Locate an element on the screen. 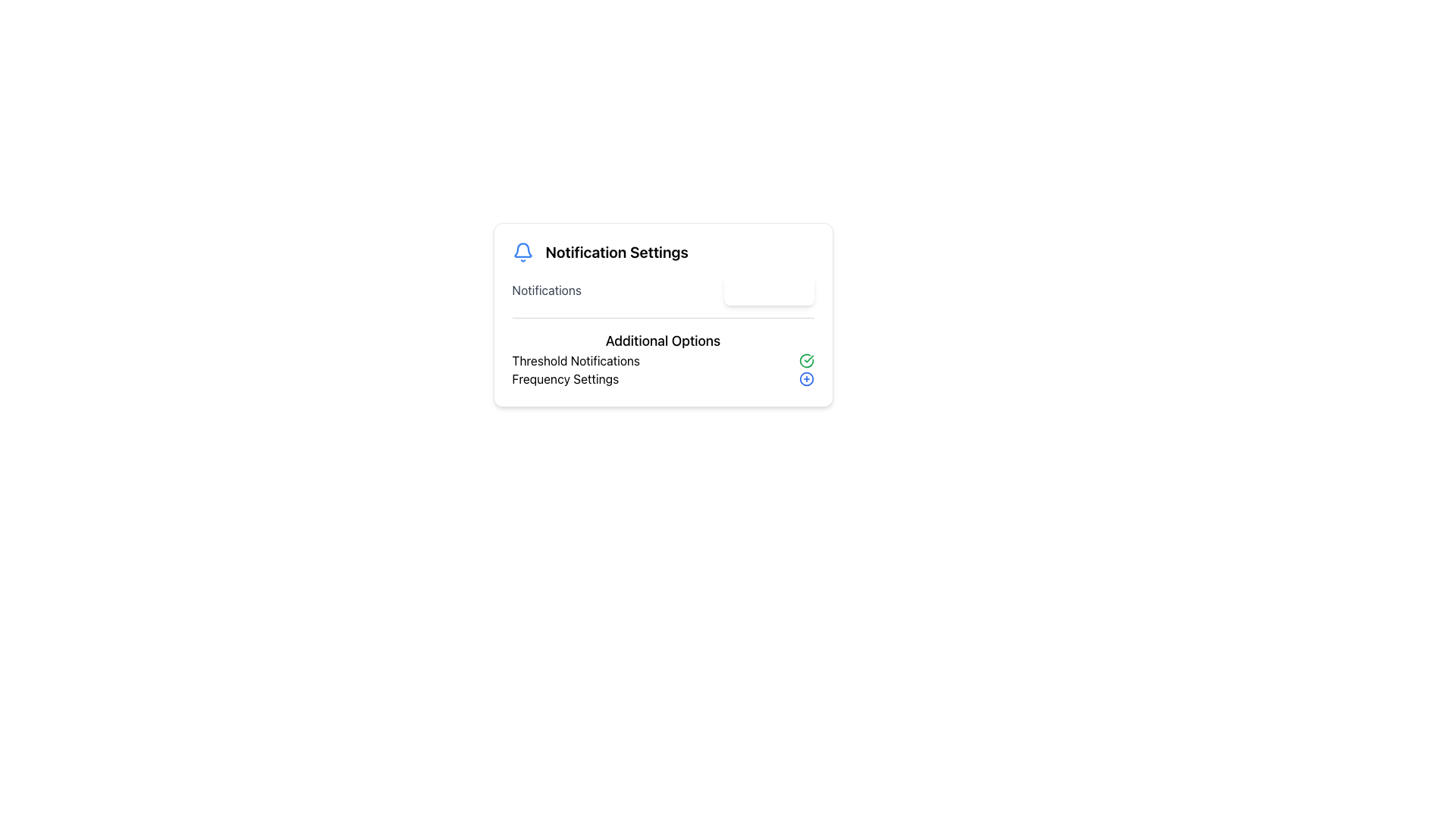  the circular SVG element with a blue outer stroke, part of the addition icon located at the bottom-right section of the interface, next to the 'Frequency Settings' label is located at coordinates (805, 378).